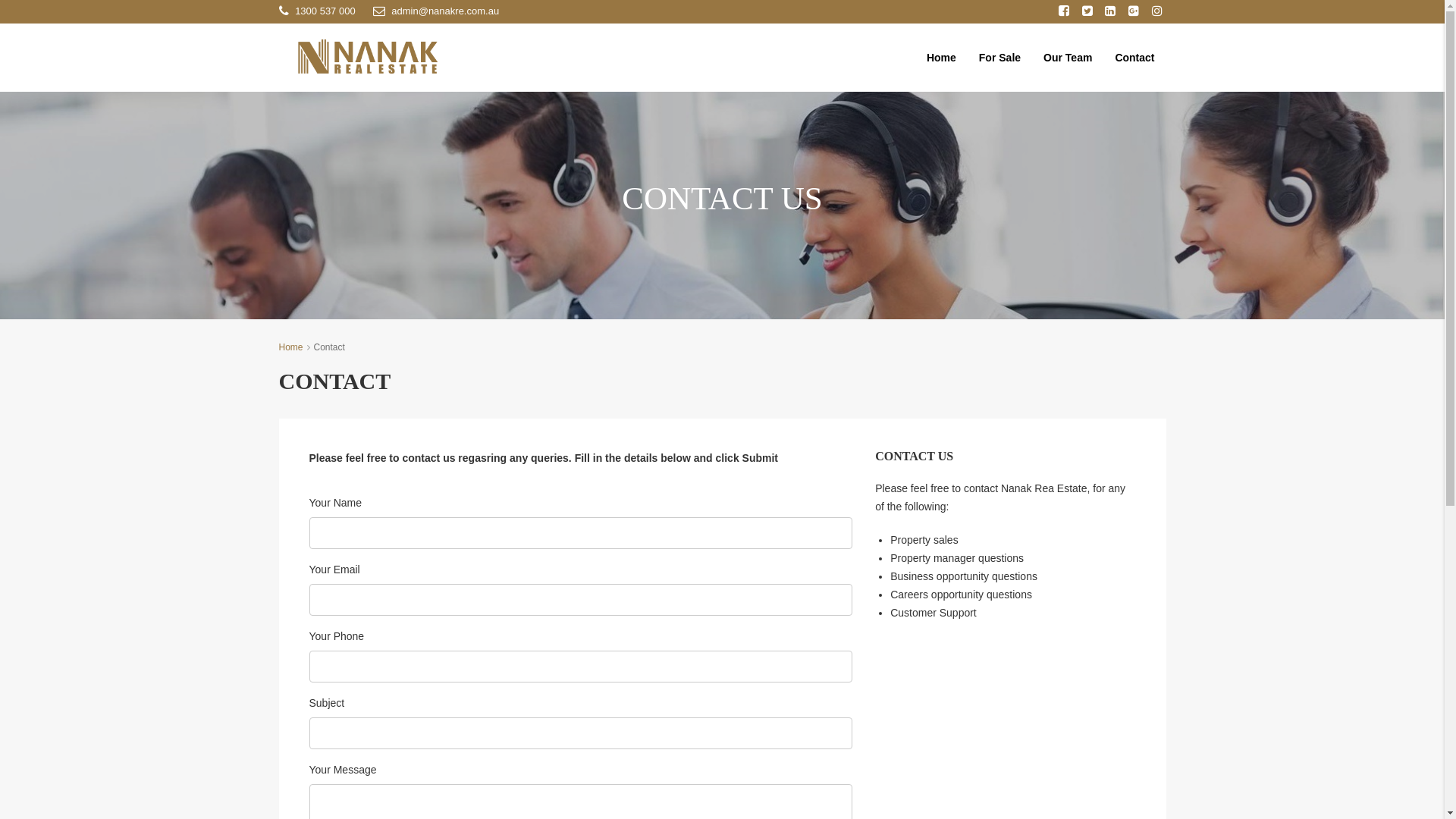 Image resolution: width=1456 pixels, height=819 pixels. What do you see at coordinates (1066, 57) in the screenshot?
I see `'Our Team'` at bounding box center [1066, 57].